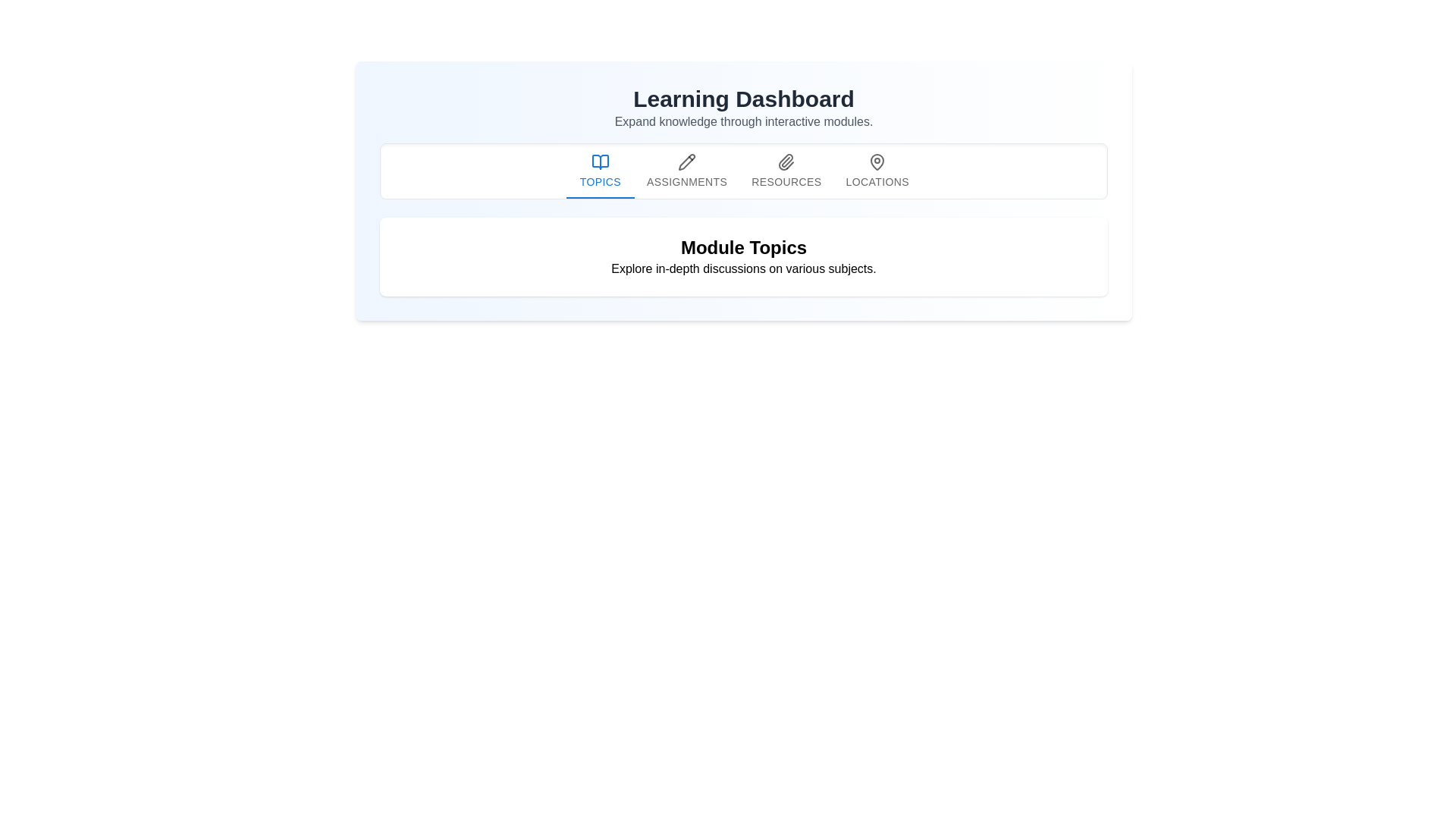  Describe the element at coordinates (877, 162) in the screenshot. I see `the 'Locations' tab in the navigation bar` at that location.